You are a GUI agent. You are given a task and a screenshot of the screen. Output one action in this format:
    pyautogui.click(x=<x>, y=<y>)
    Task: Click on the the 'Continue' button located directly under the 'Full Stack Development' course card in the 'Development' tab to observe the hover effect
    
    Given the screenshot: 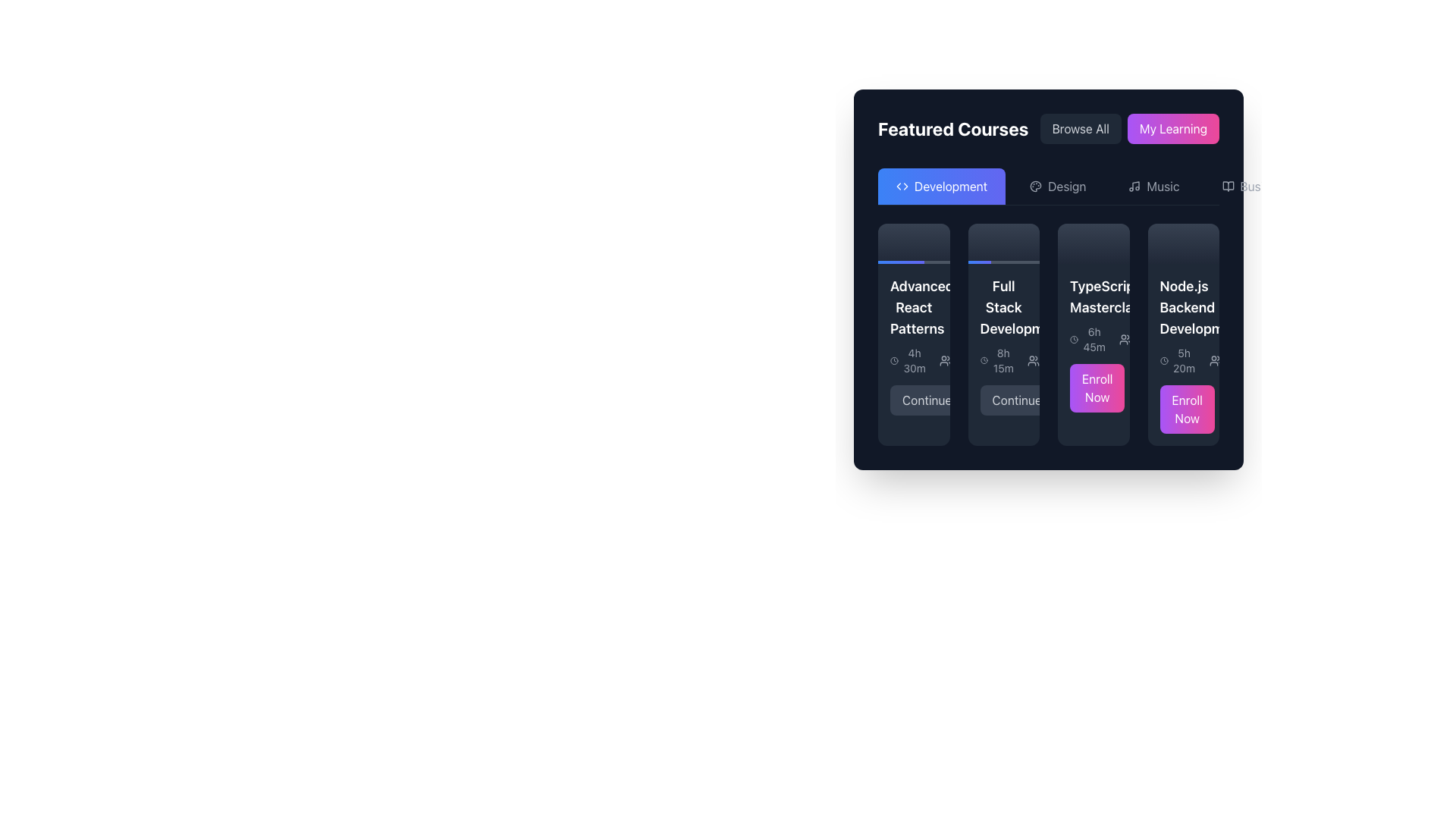 What is the action you would take?
    pyautogui.click(x=1017, y=400)
    